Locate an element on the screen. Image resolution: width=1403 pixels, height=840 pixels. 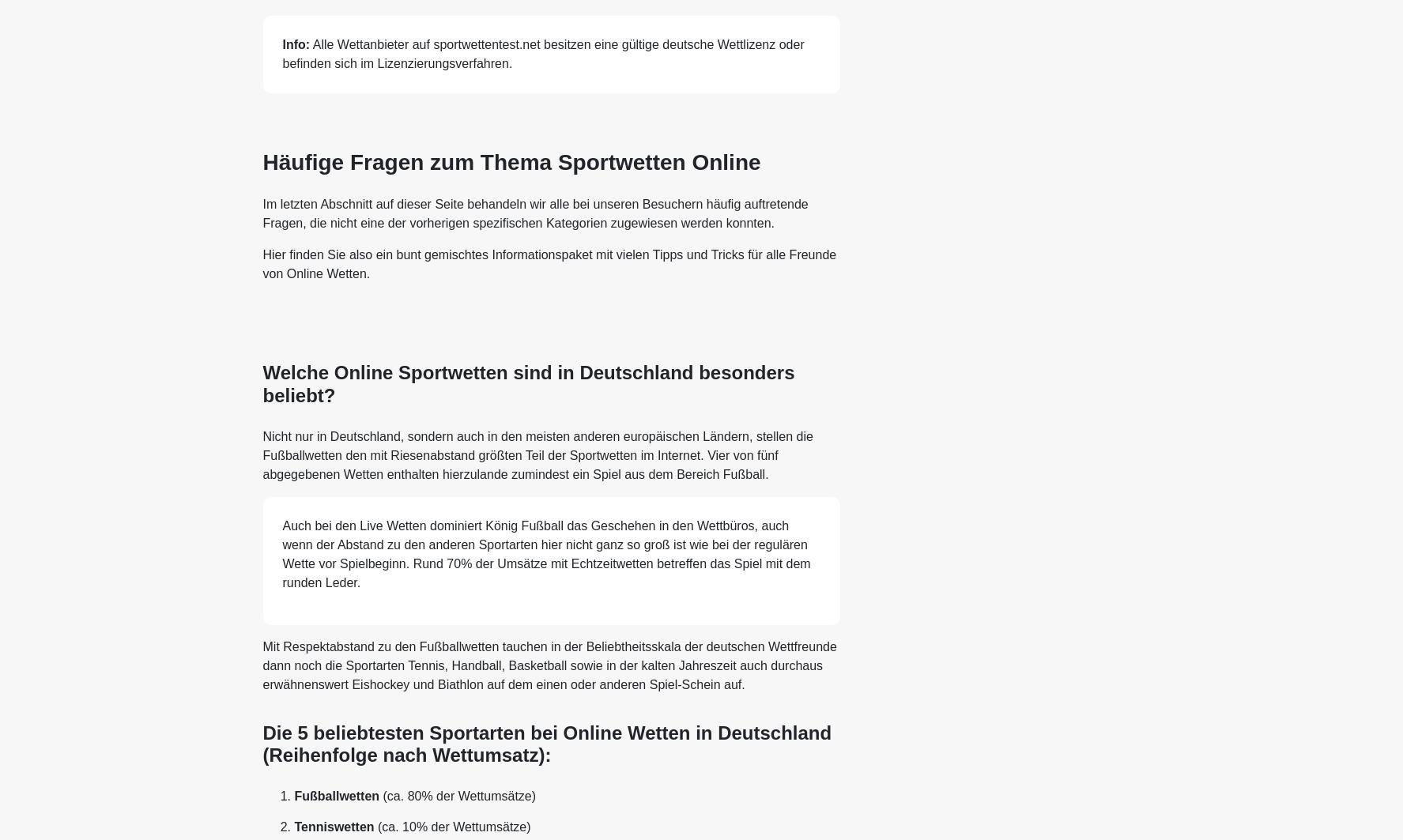
'Im letzten Abschnitt auf dieser Seite behandeln wir alle bei unseren Besuchern häufig auftretende Fragen, die nicht eine der vorherigen spezifischen Kategorien zugewiesen werden konnten.' is located at coordinates (261, 213).